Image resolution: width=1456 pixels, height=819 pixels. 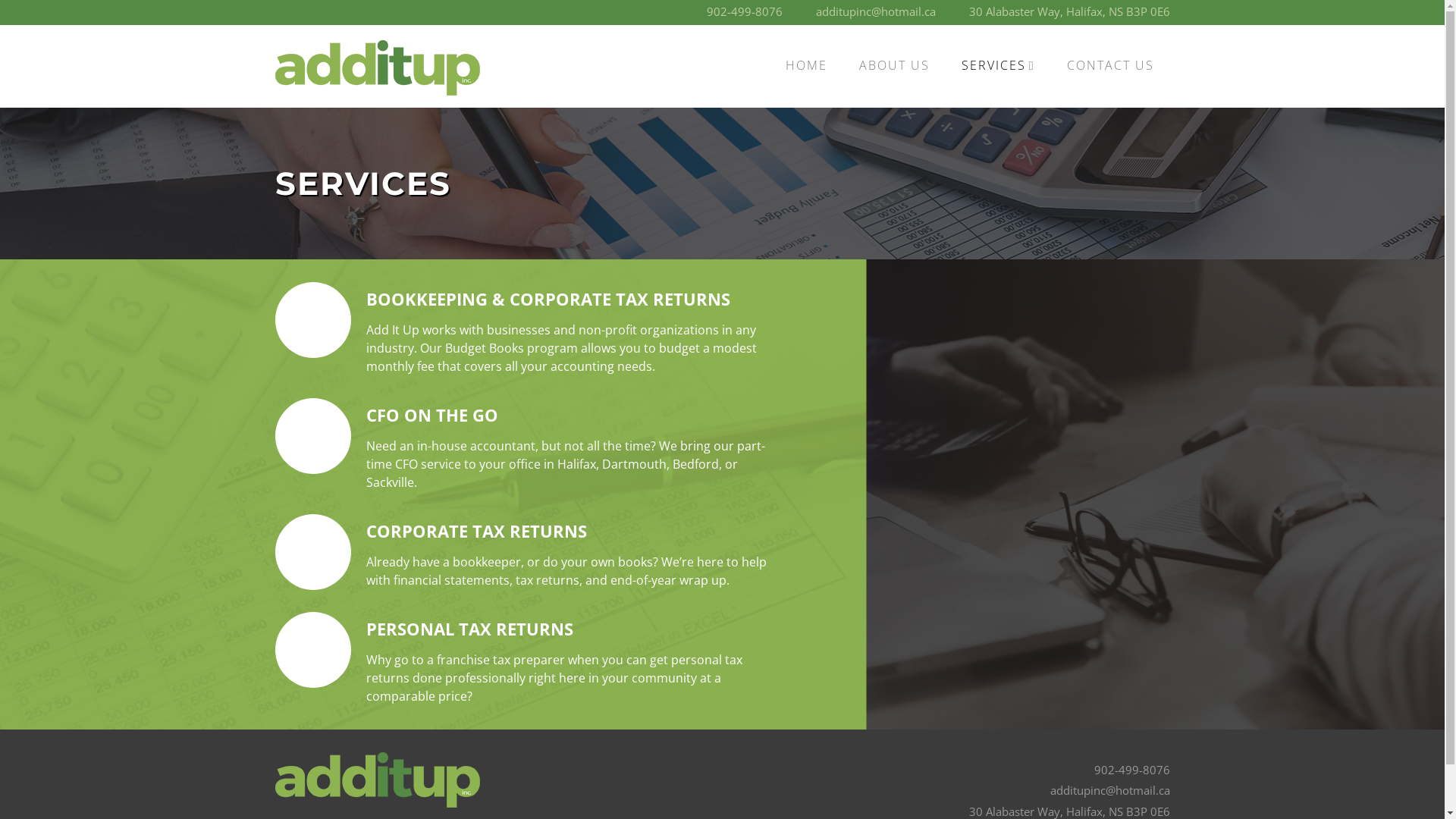 What do you see at coordinates (1131, 769) in the screenshot?
I see `'902-499-8076'` at bounding box center [1131, 769].